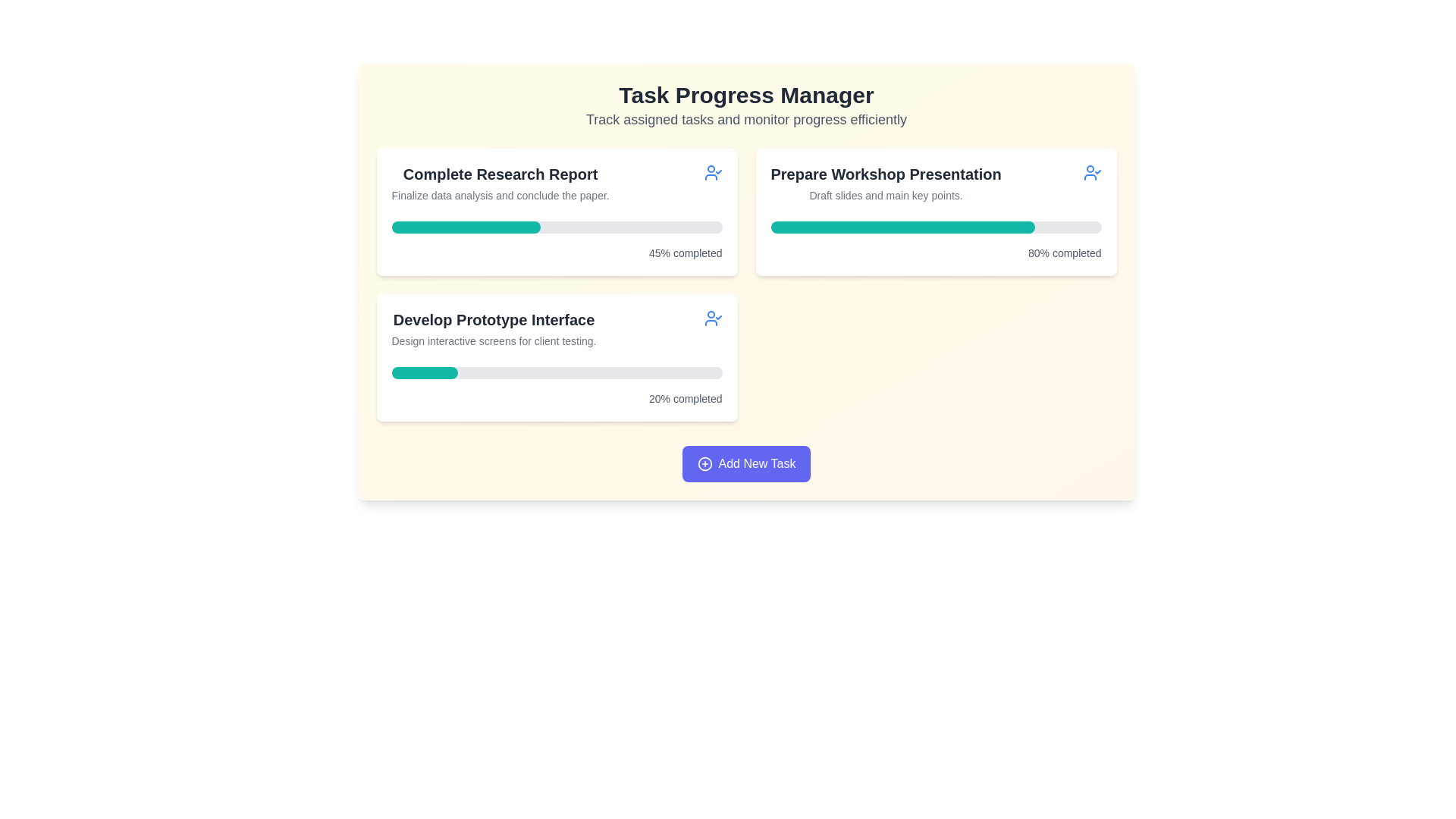  Describe the element at coordinates (746, 119) in the screenshot. I see `descriptive subtitle text label positioned below the title 'Task Progress Manager', which serves to explain the purpose of the task manager` at that location.